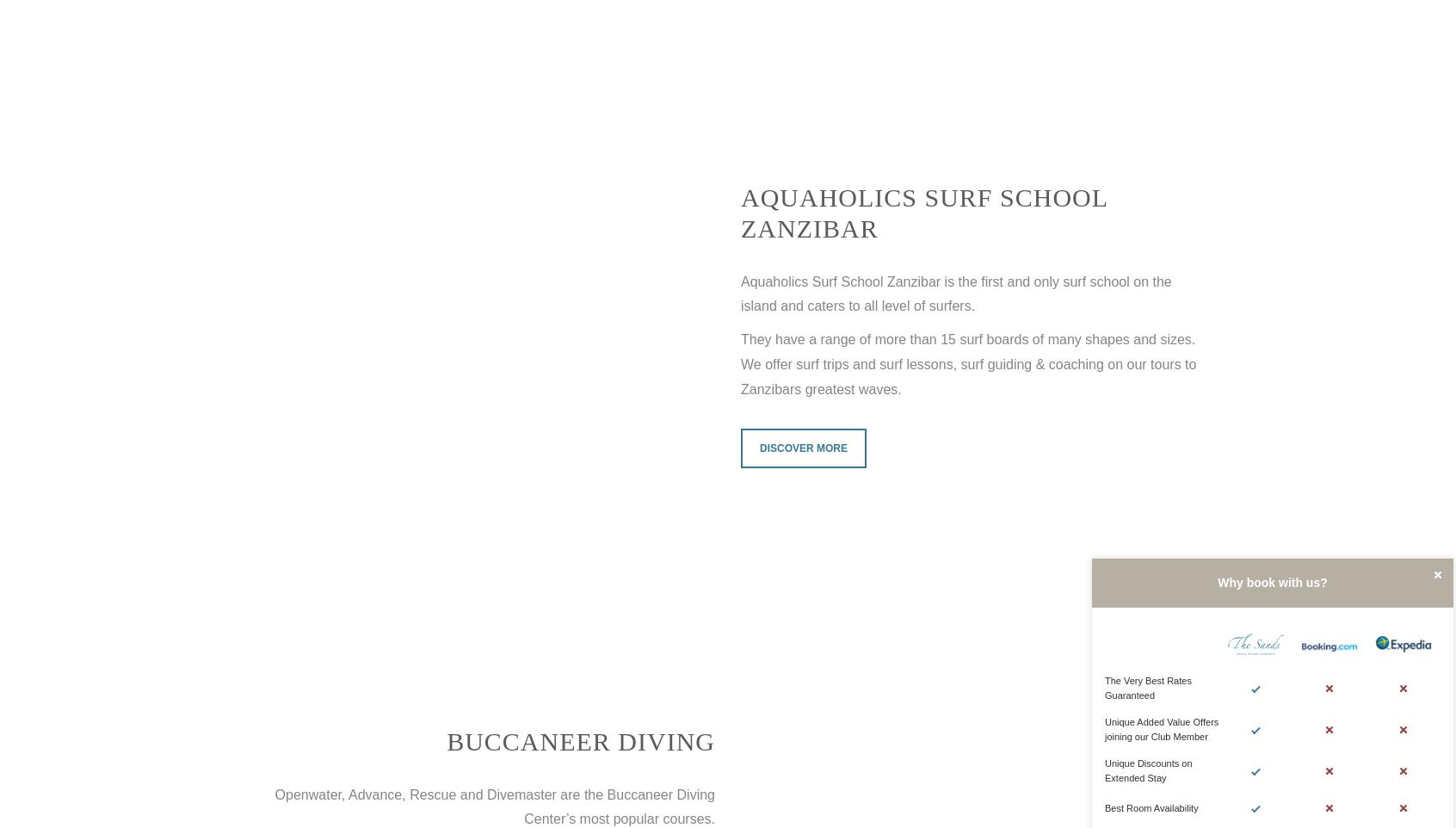 This screenshot has height=828, width=1456. What do you see at coordinates (803, 446) in the screenshot?
I see `'Discover more'` at bounding box center [803, 446].